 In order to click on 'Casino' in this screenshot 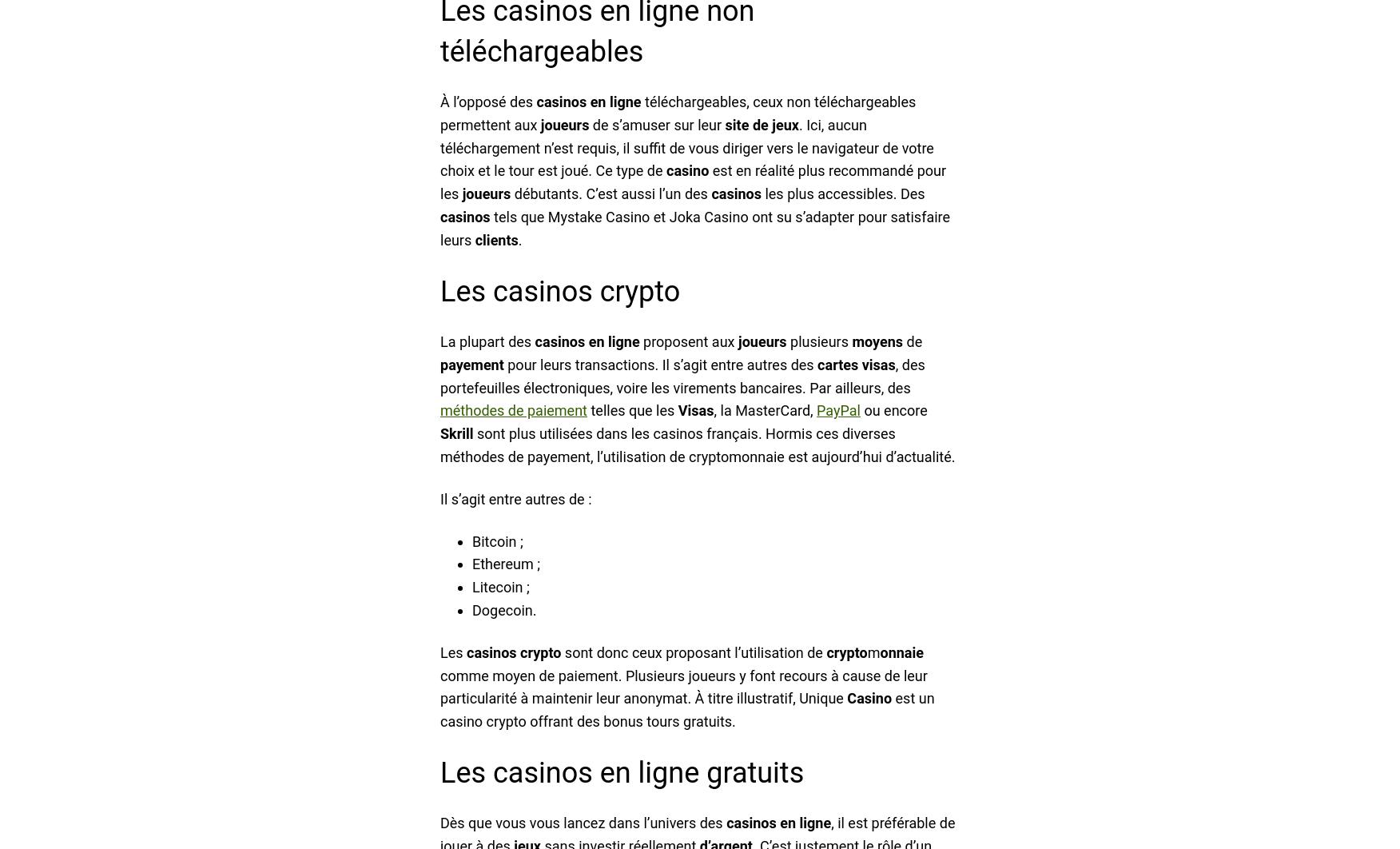, I will do `click(869, 697)`.